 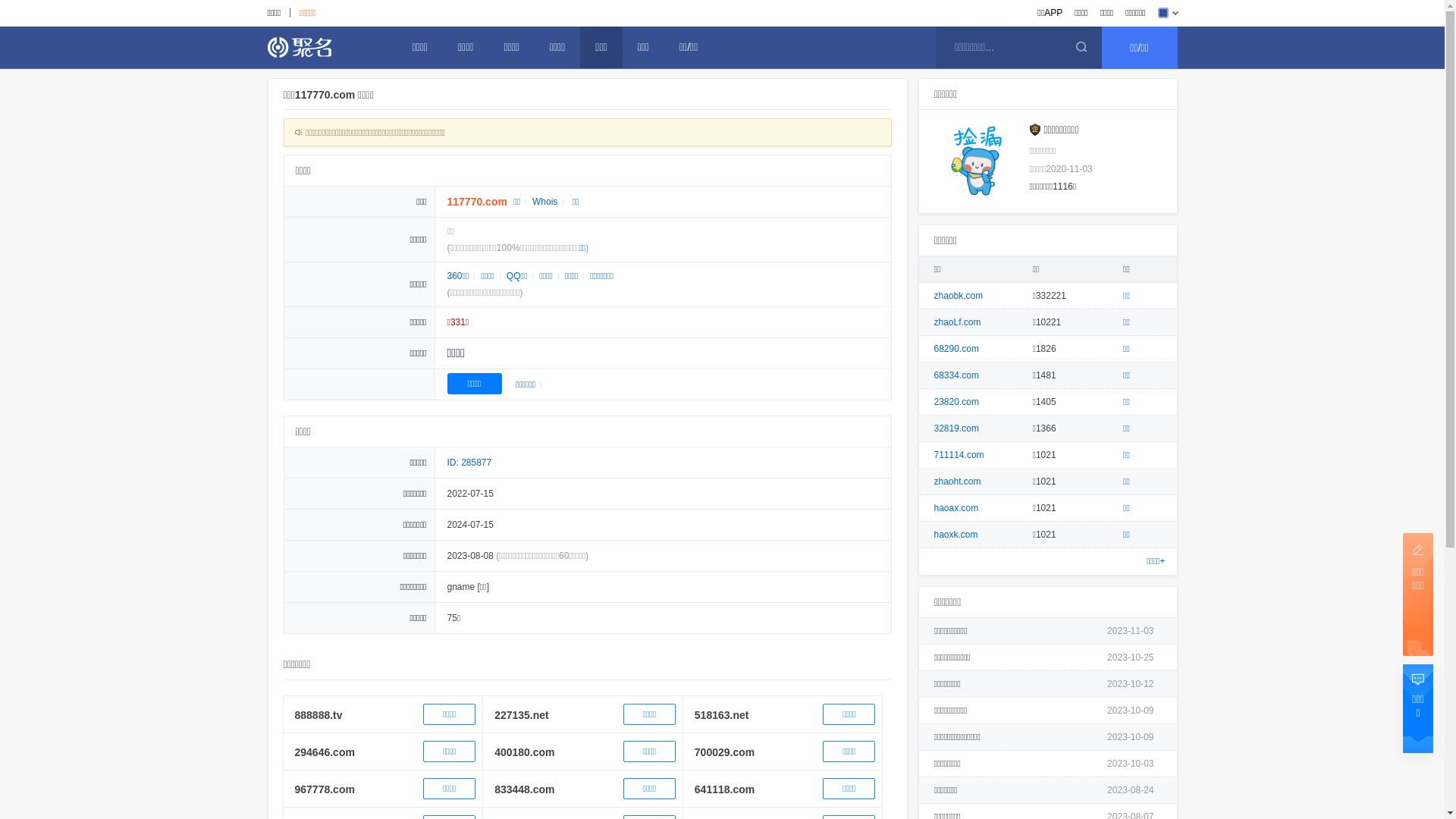 What do you see at coordinates (956, 321) in the screenshot?
I see `'zhaoLf.com'` at bounding box center [956, 321].